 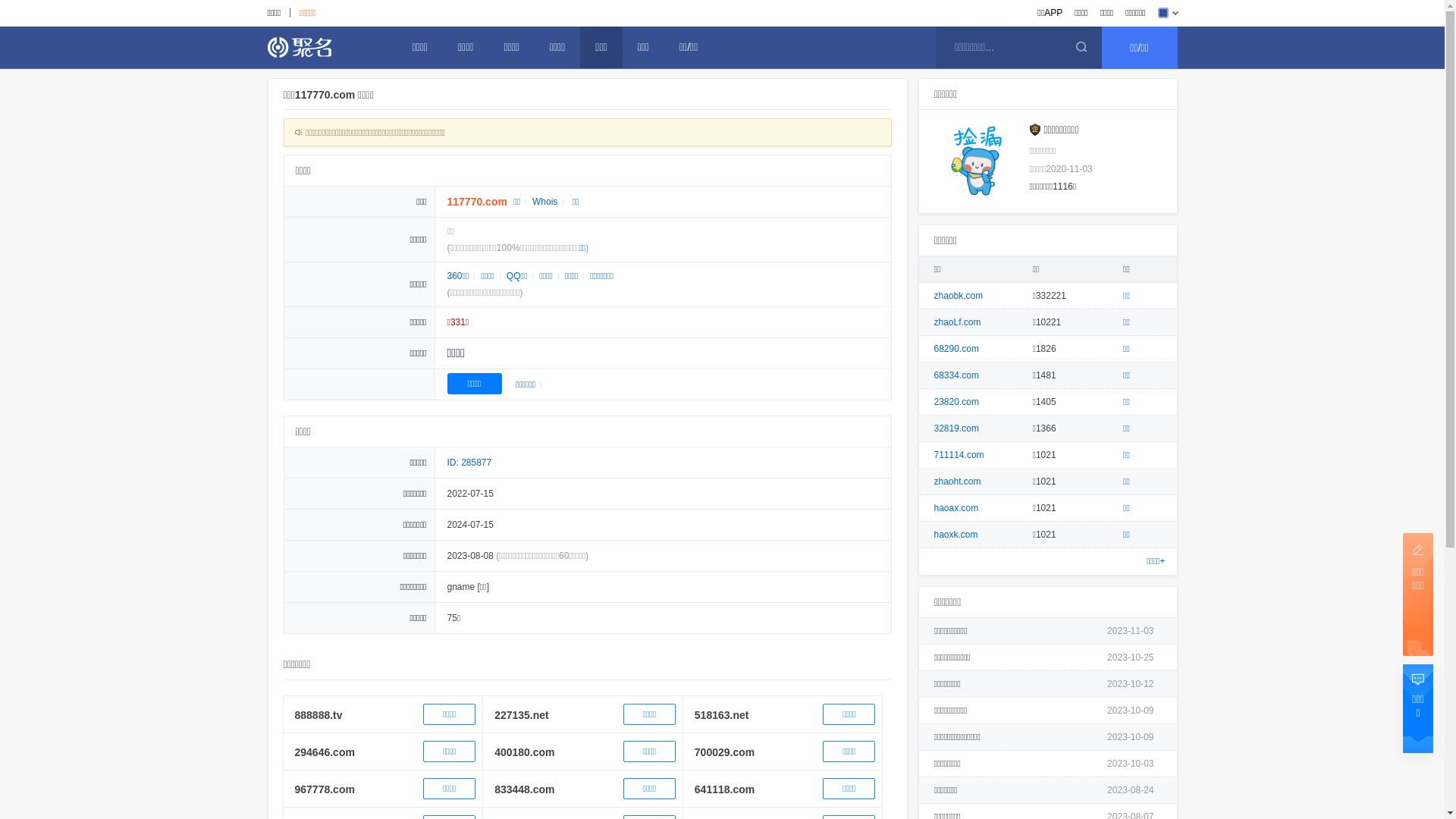 What do you see at coordinates (956, 321) in the screenshot?
I see `'zhaoLf.com'` at bounding box center [956, 321].